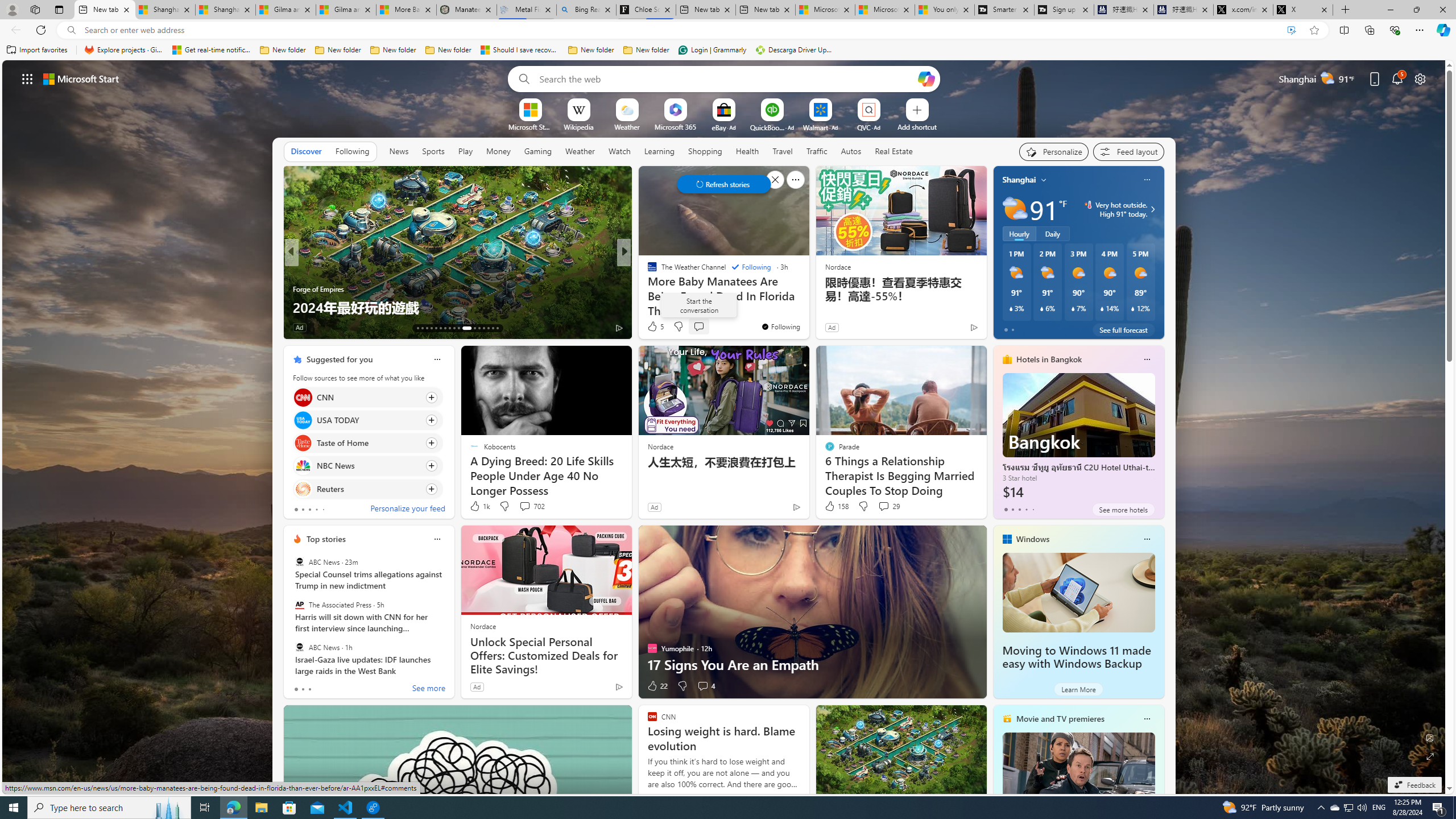 This screenshot has height=819, width=1456. Describe the element at coordinates (492, 328) in the screenshot. I see `'AutomationID: tab-41'` at that location.